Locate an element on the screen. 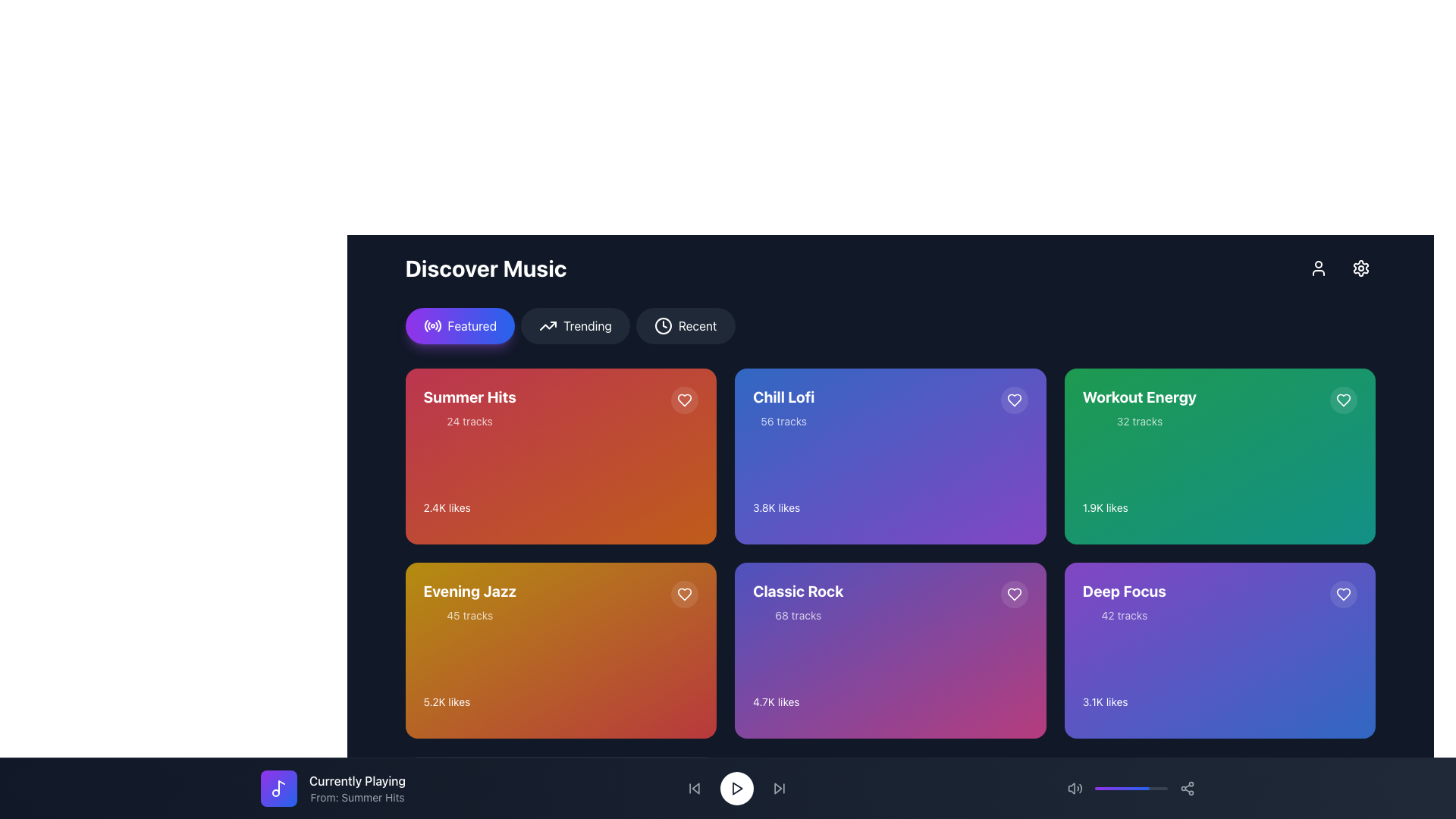  the 'Deep Focus' text block is located at coordinates (1124, 601).